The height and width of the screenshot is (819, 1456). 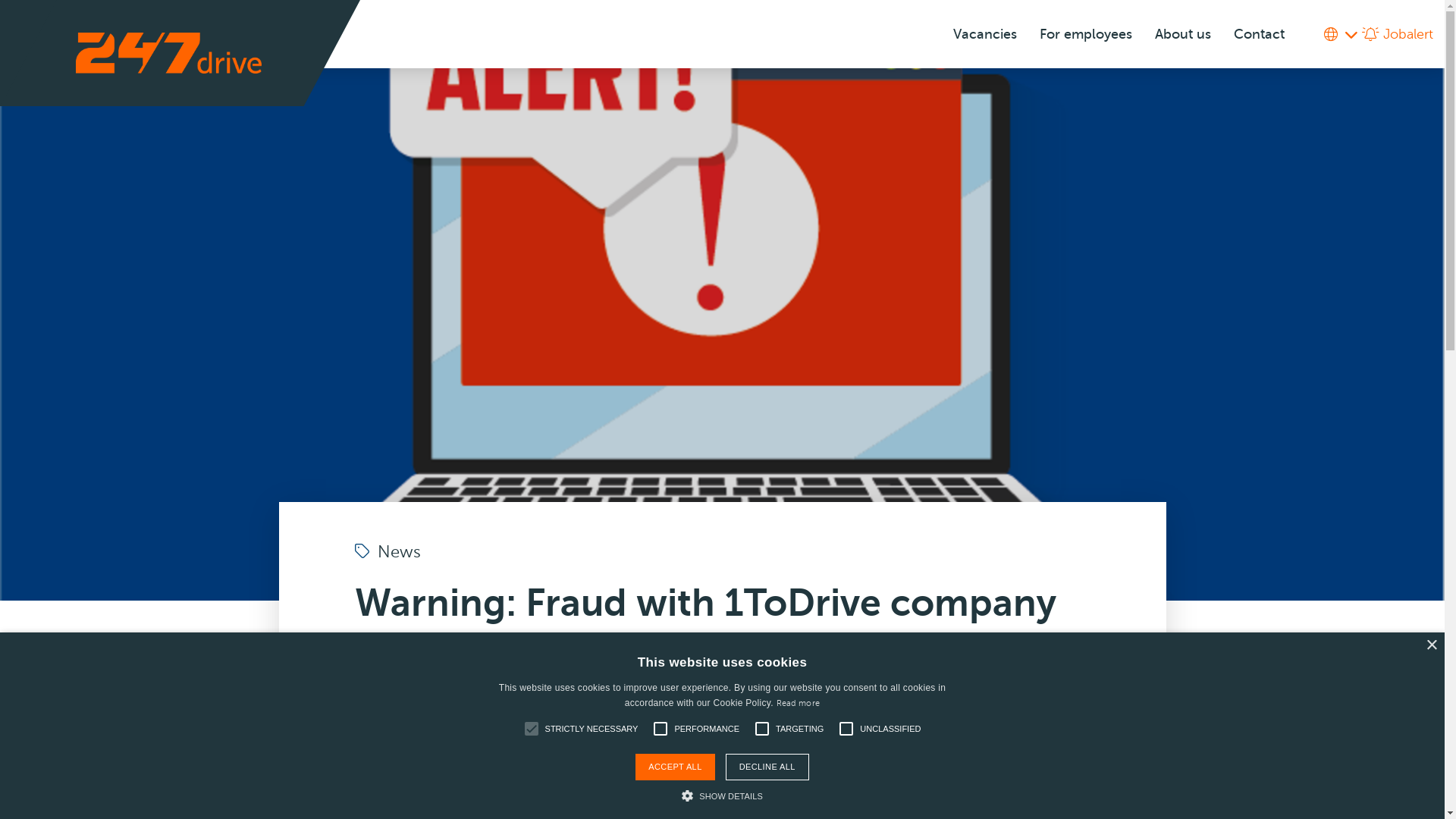 I want to click on 'Contact', so click(x=1222, y=34).